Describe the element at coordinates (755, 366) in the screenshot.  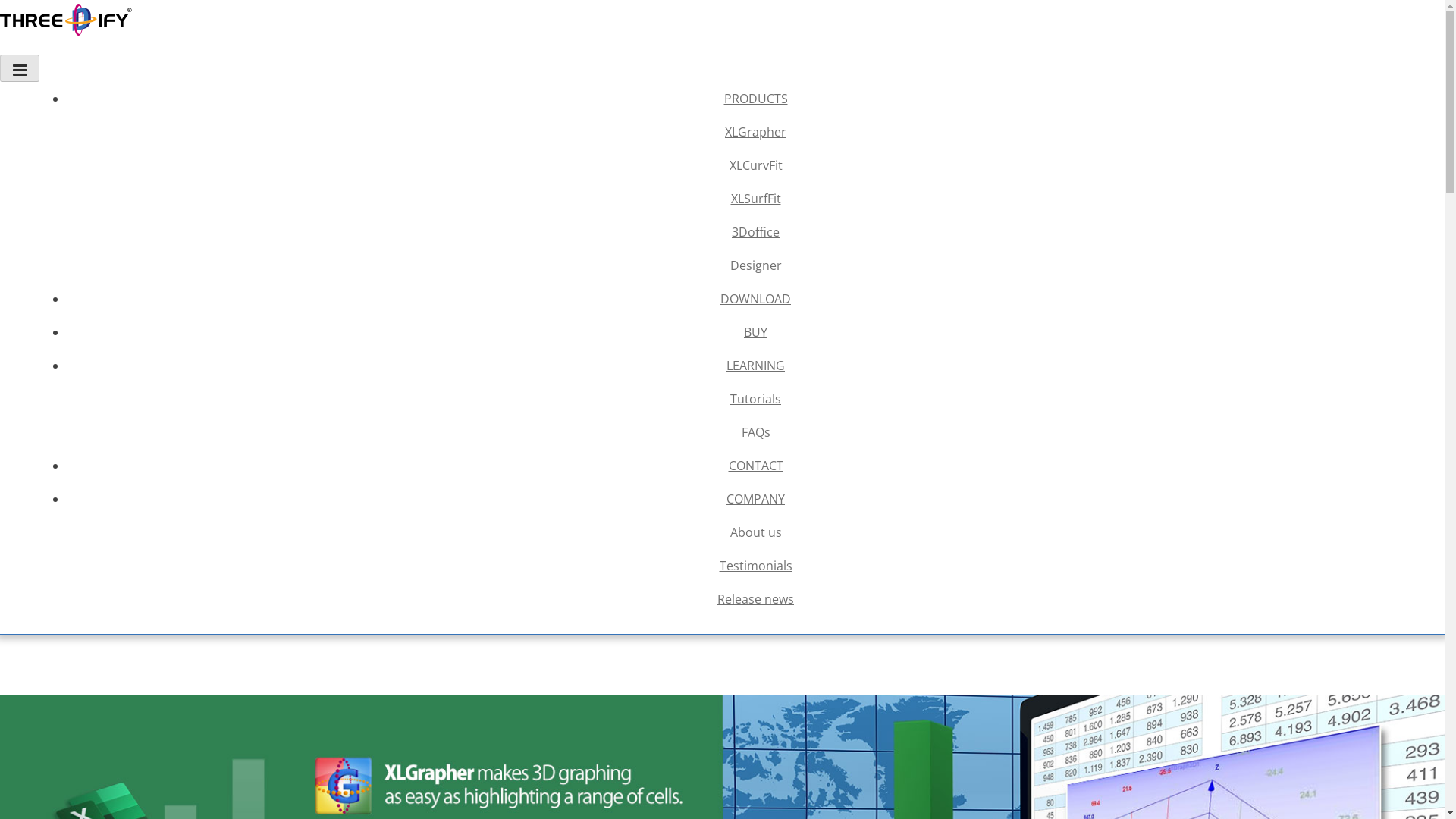
I see `'LEARNING'` at that location.